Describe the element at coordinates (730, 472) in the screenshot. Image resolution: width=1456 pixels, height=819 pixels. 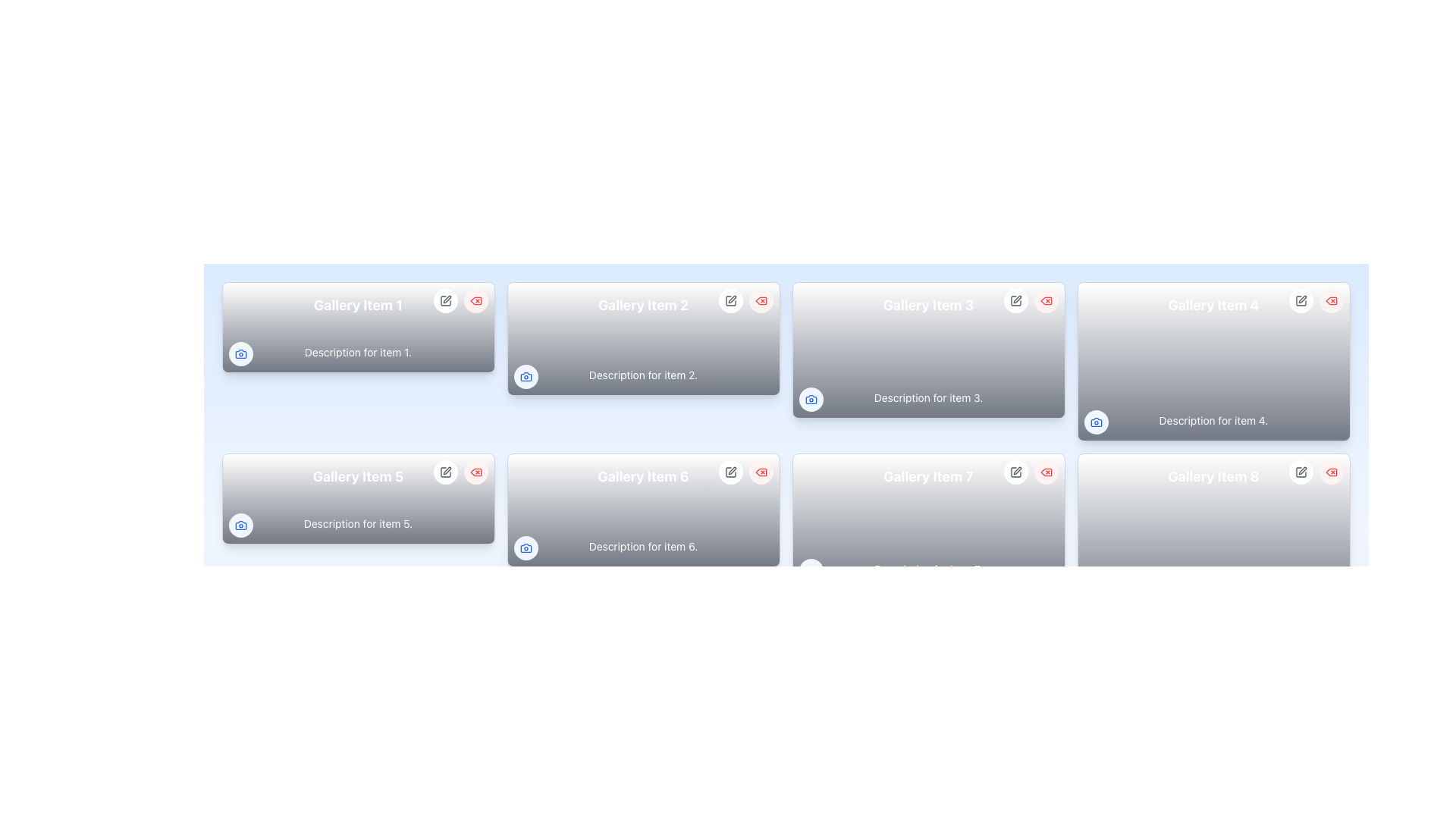
I see `the circular button with a white background and gray pencil icon located at the top-right corner of the 'Gallery Item 6' card to change its appearance` at that location.